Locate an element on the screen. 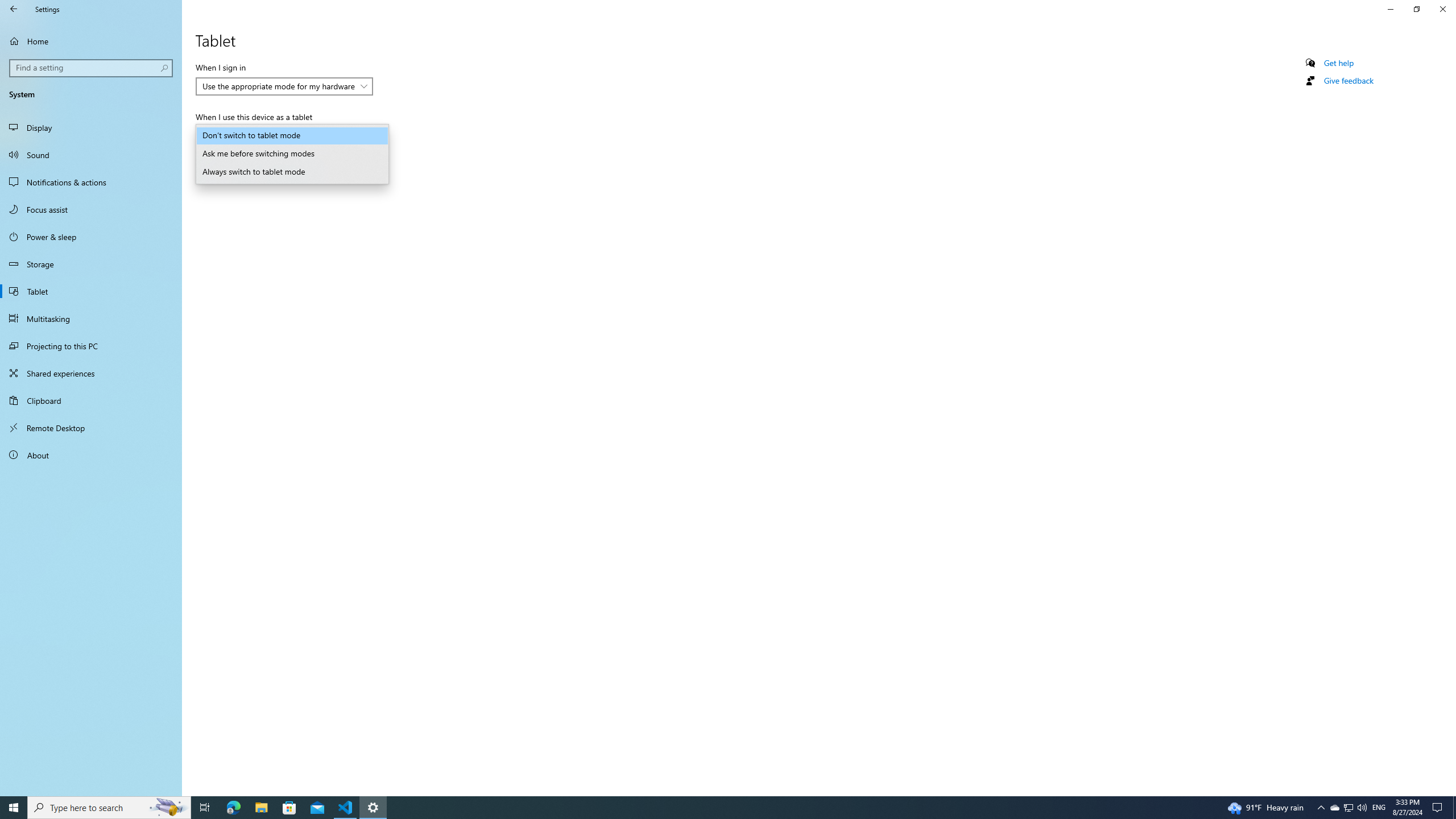  'Minimize Settings' is located at coordinates (1389, 9).